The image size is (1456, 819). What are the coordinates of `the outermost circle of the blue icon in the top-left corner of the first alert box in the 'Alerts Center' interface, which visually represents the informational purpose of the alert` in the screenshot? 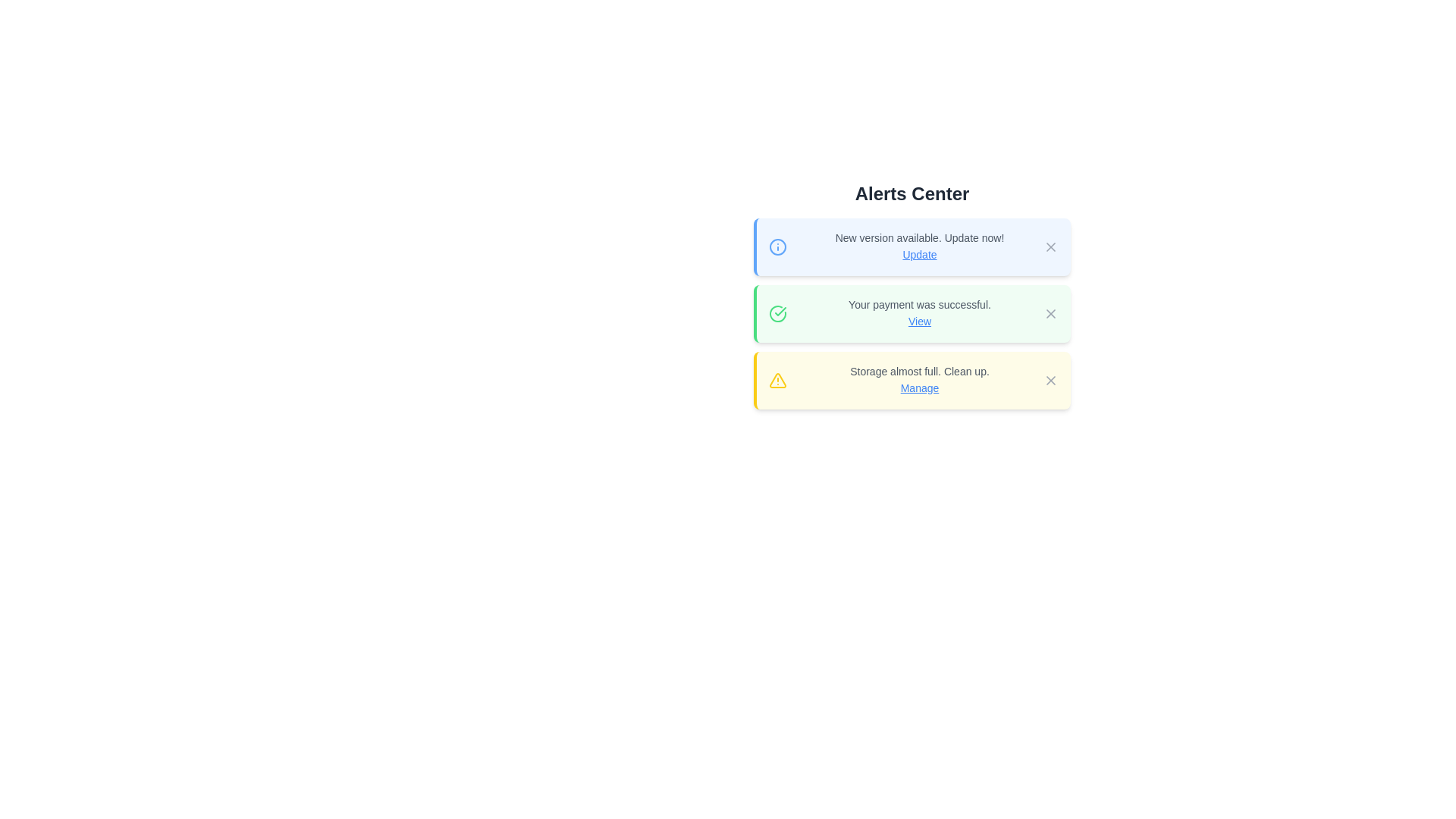 It's located at (778, 246).